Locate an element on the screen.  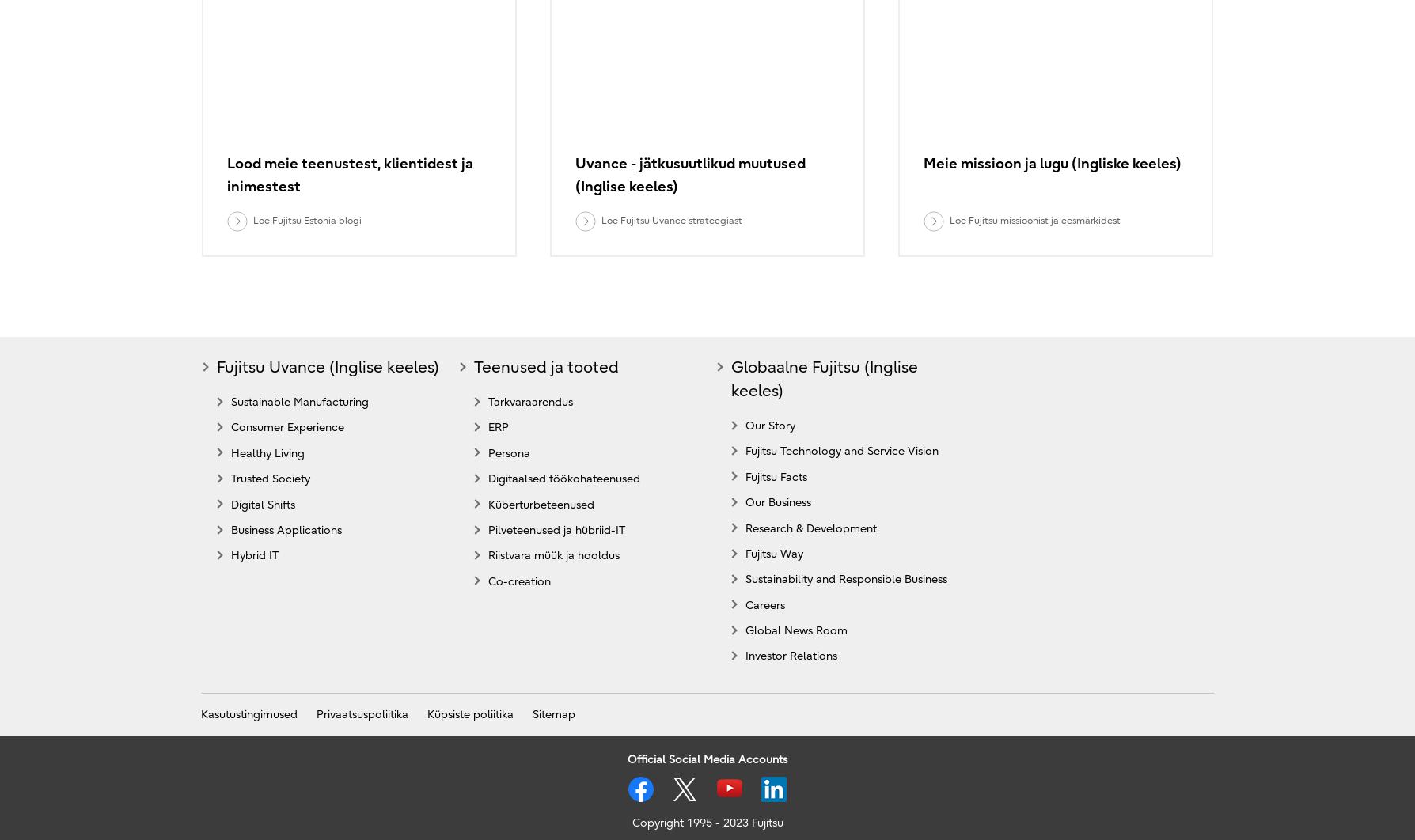
'Fujitsu Way' is located at coordinates (774, 553).